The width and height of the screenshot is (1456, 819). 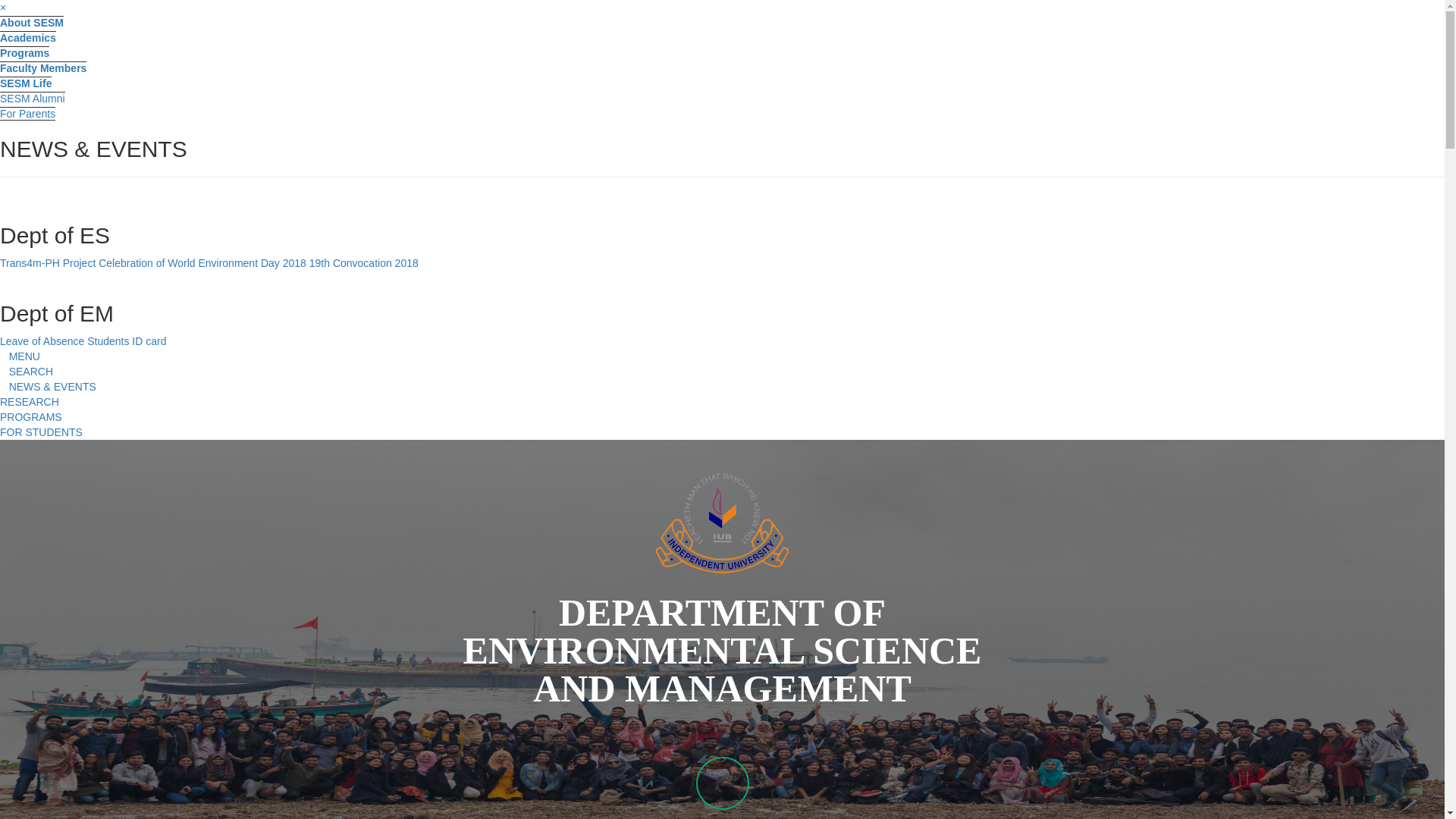 What do you see at coordinates (42, 341) in the screenshot?
I see `'Leave of Absence'` at bounding box center [42, 341].